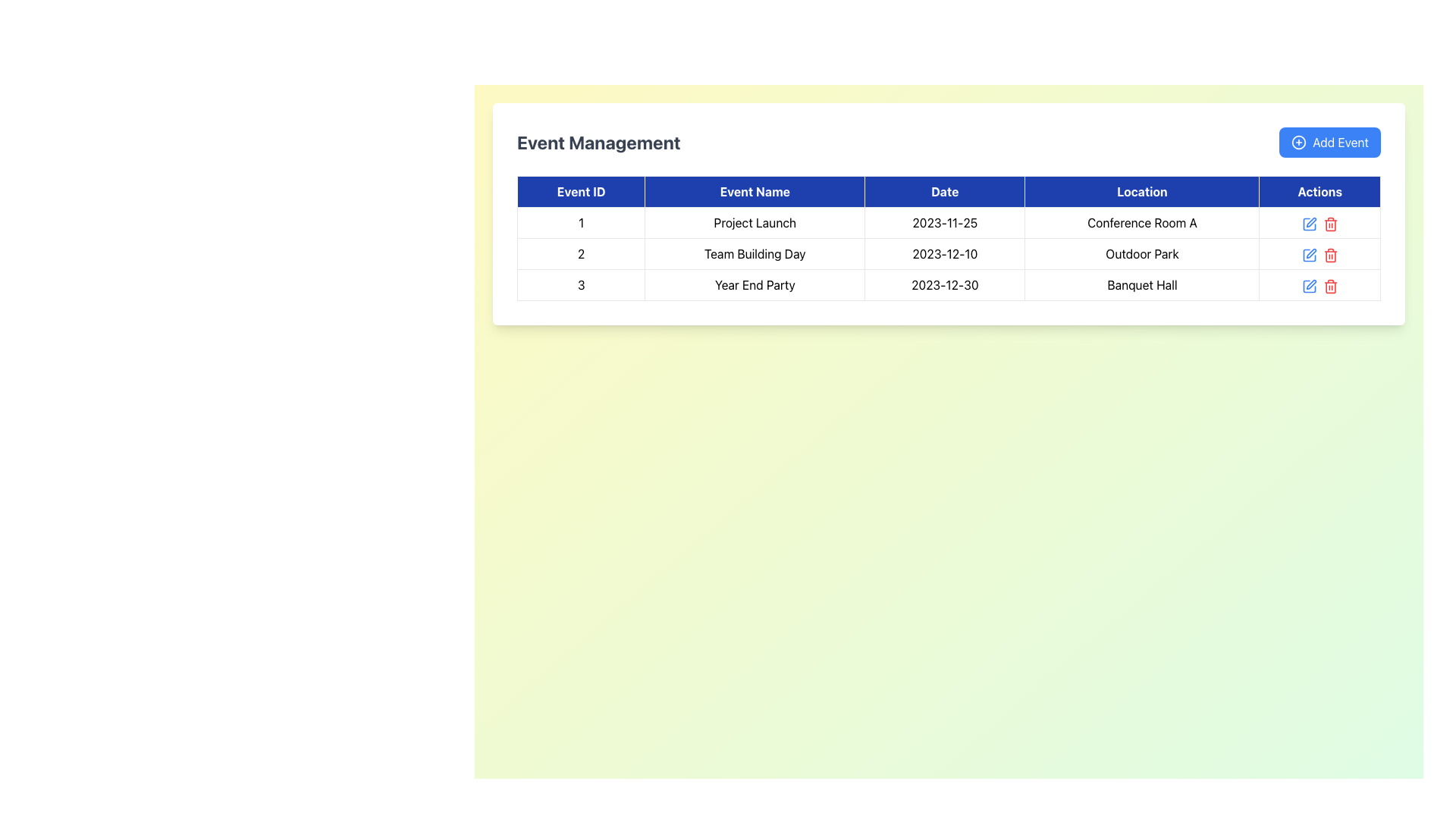  I want to click on the Interactive icon (edit pen symbol) located in the 'Actions' column of the second row in the table, adjacent to the 'Outdoor Park' cell, so click(1308, 253).